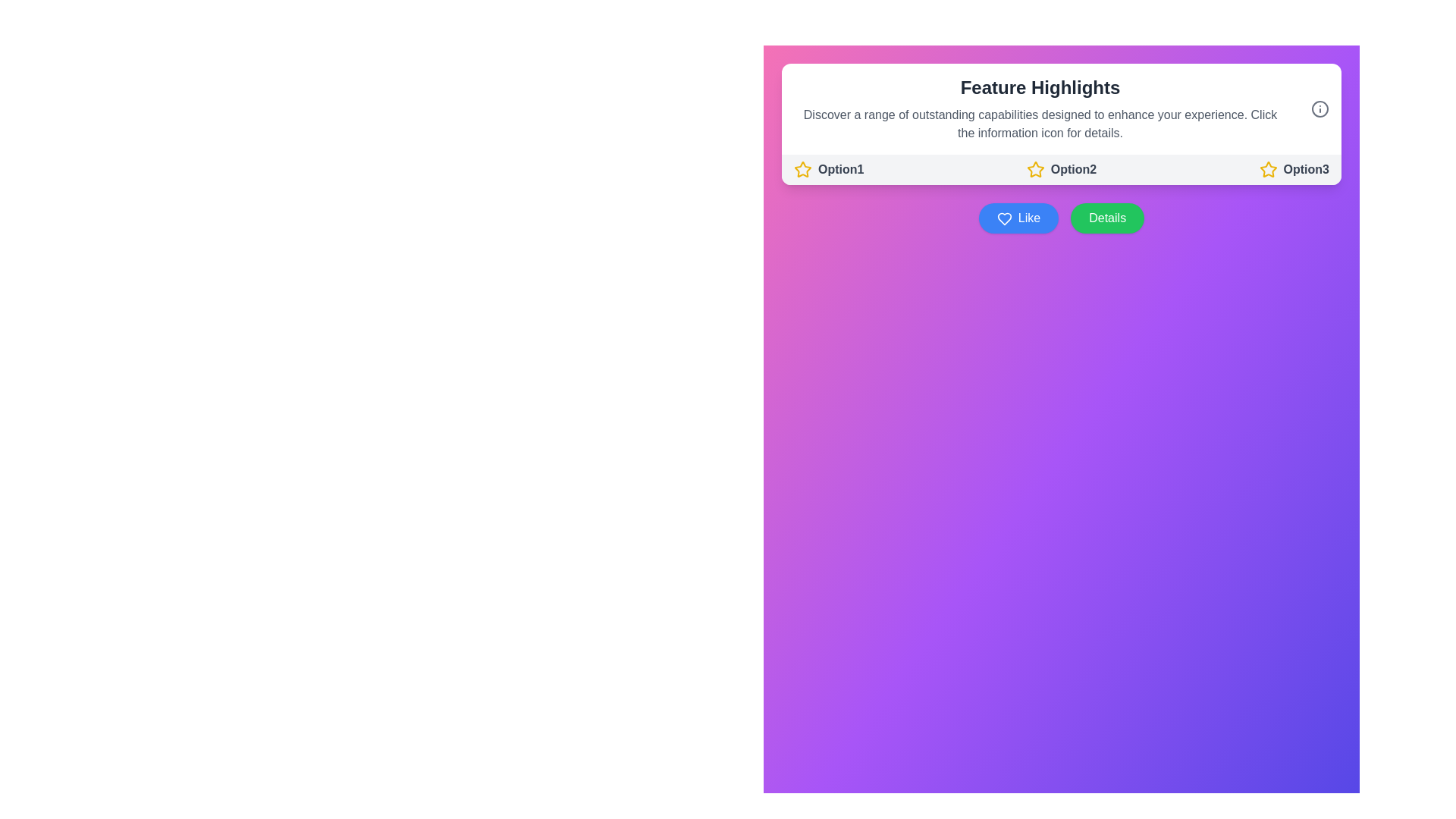 This screenshot has height=819, width=1456. Describe the element at coordinates (1268, 169) in the screenshot. I see `the icon located to the left of the text label 'Option2' in the 'Feature Highlights' section of the interface` at that location.